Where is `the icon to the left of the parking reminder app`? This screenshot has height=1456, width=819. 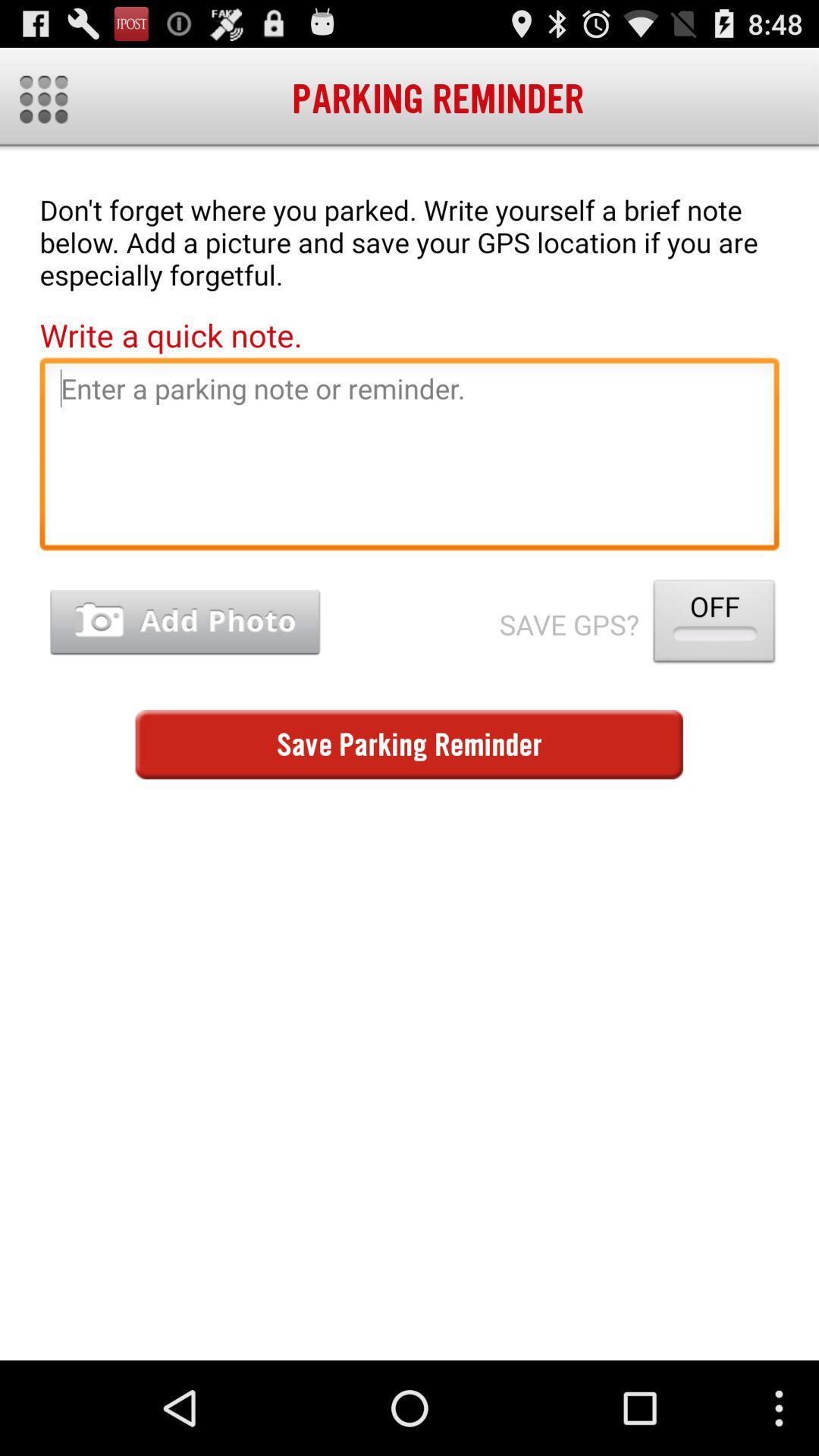
the icon to the left of the parking reminder app is located at coordinates (42, 99).